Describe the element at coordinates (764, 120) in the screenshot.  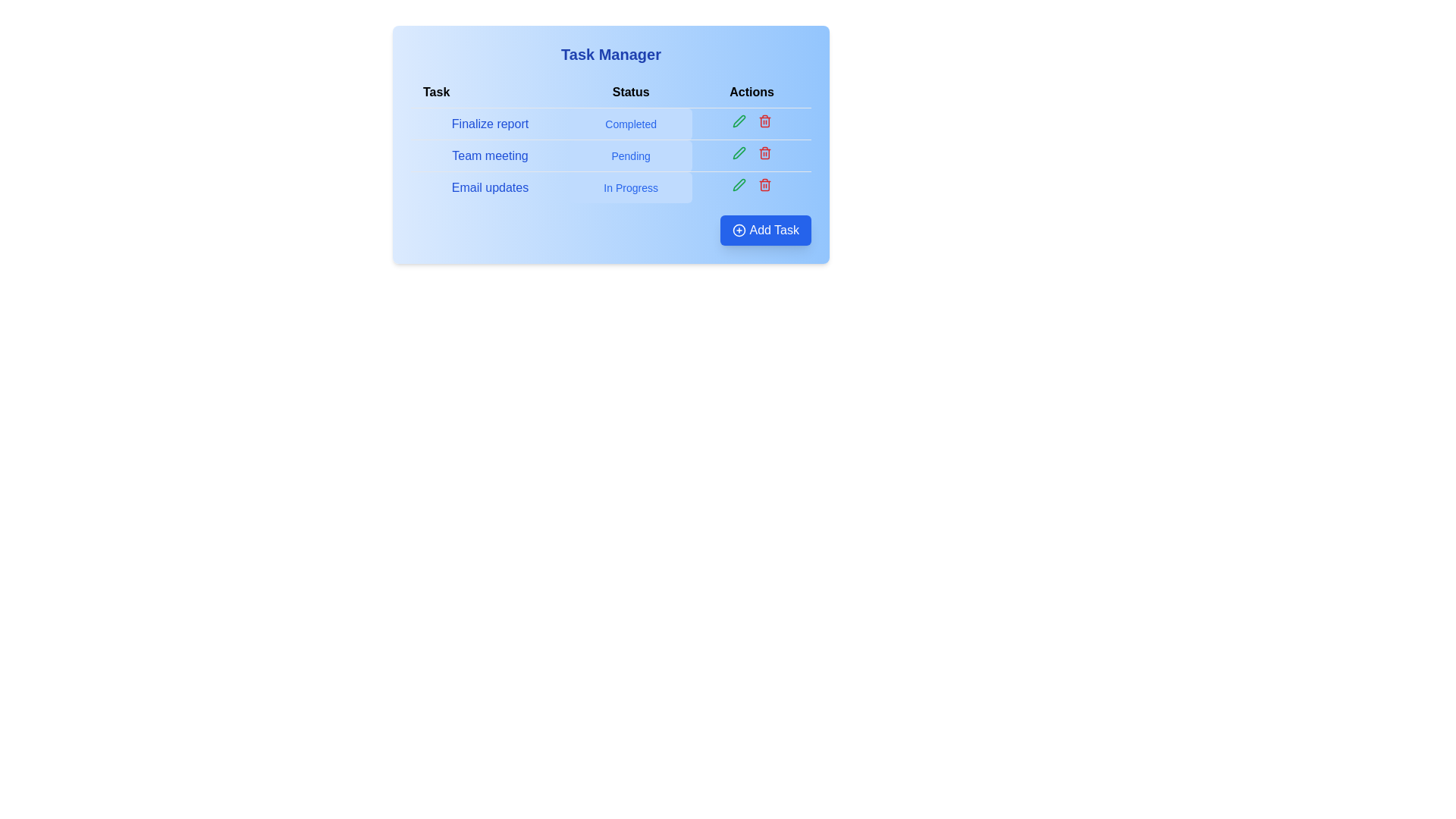
I see `the delete icon for the task 'Finalize report' to remove it` at that location.